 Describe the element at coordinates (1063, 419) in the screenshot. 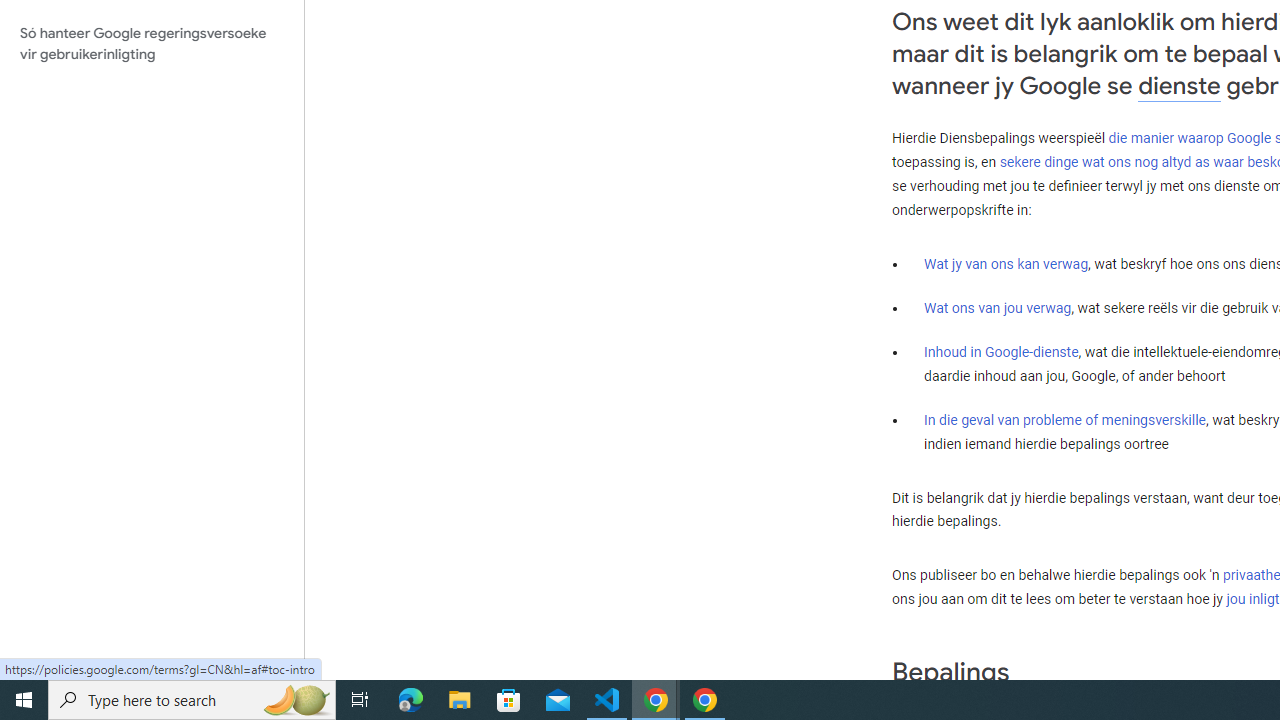

I see `'In die geval van probleme of meningsverskille'` at that location.